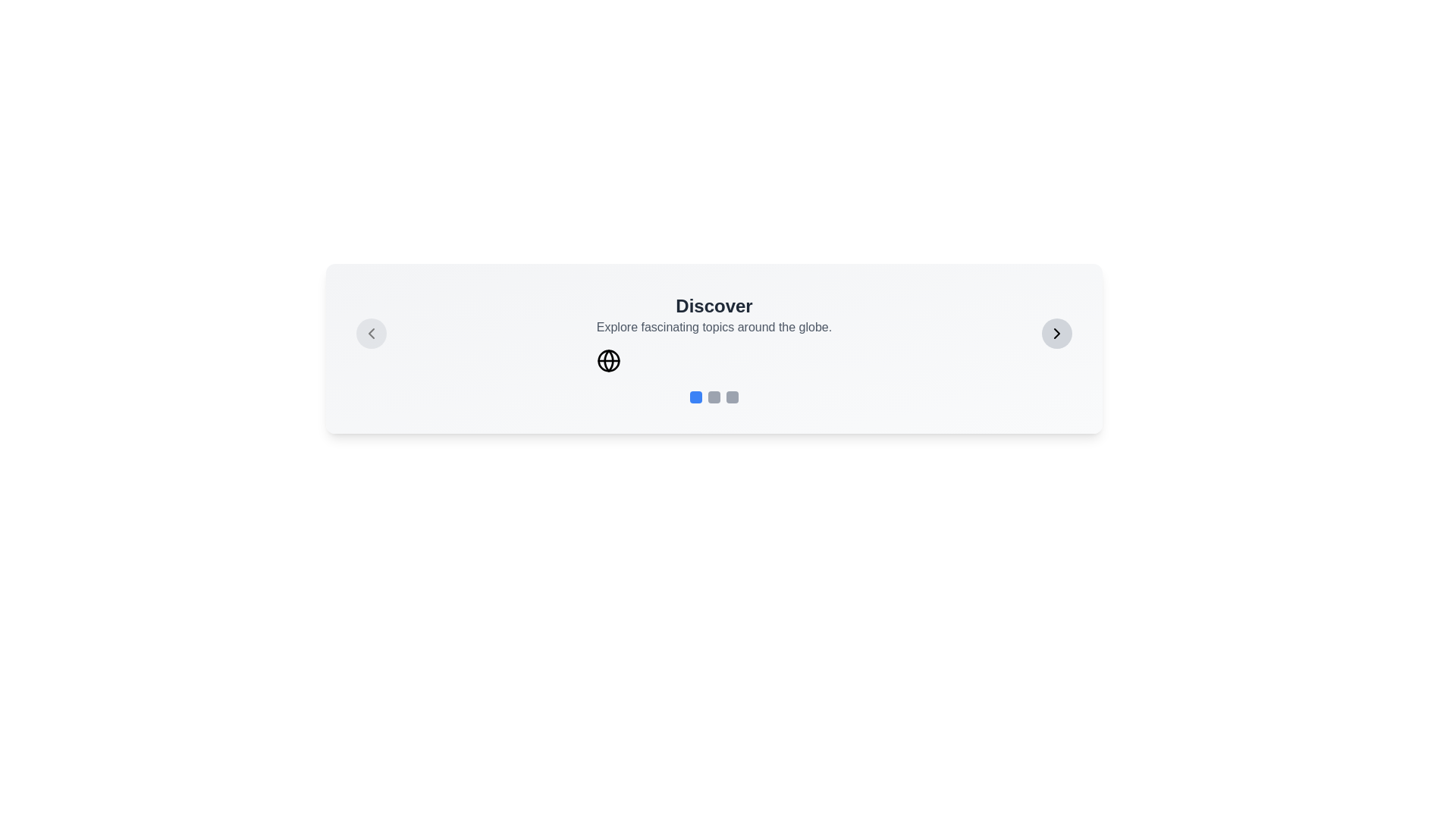 This screenshot has width=1456, height=819. What do you see at coordinates (371, 332) in the screenshot?
I see `the circular button with a light gray background featuring a left-pointing chevron arrow` at bounding box center [371, 332].